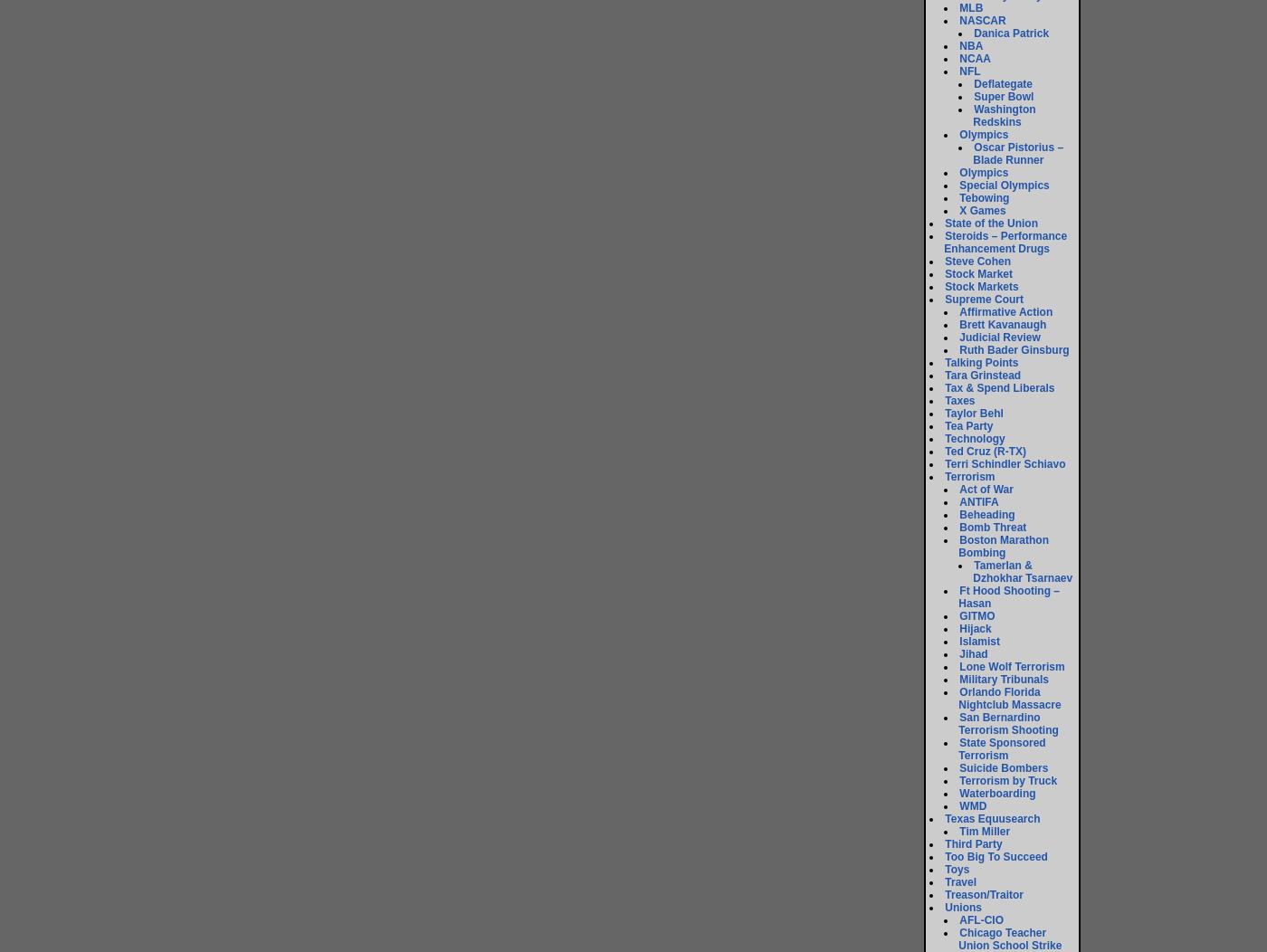 The image size is (1267, 952). I want to click on 'Ruth Bader Ginsburg', so click(1014, 350).